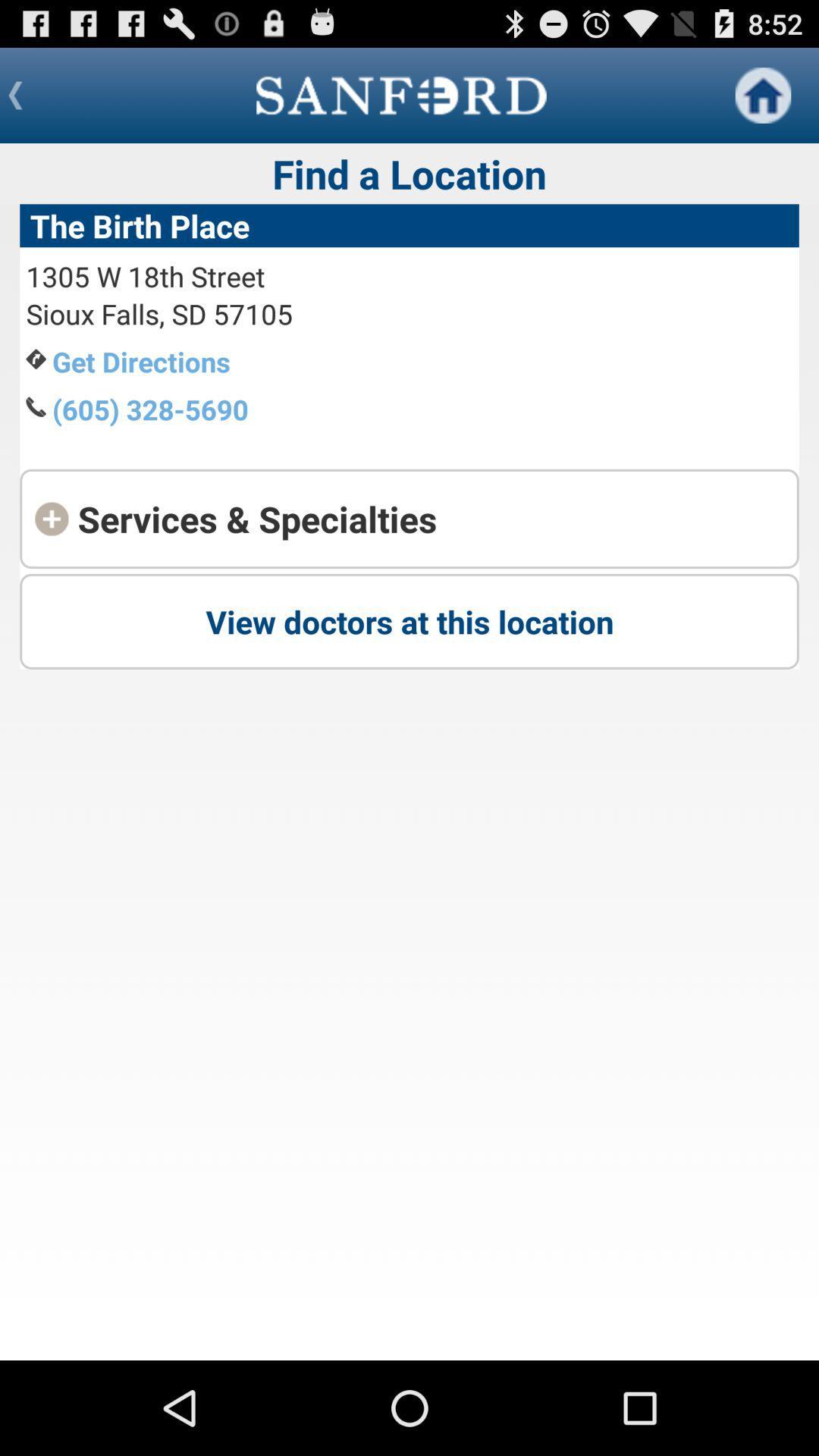 This screenshot has width=819, height=1456. I want to click on view doctors at at the center, so click(409, 621).